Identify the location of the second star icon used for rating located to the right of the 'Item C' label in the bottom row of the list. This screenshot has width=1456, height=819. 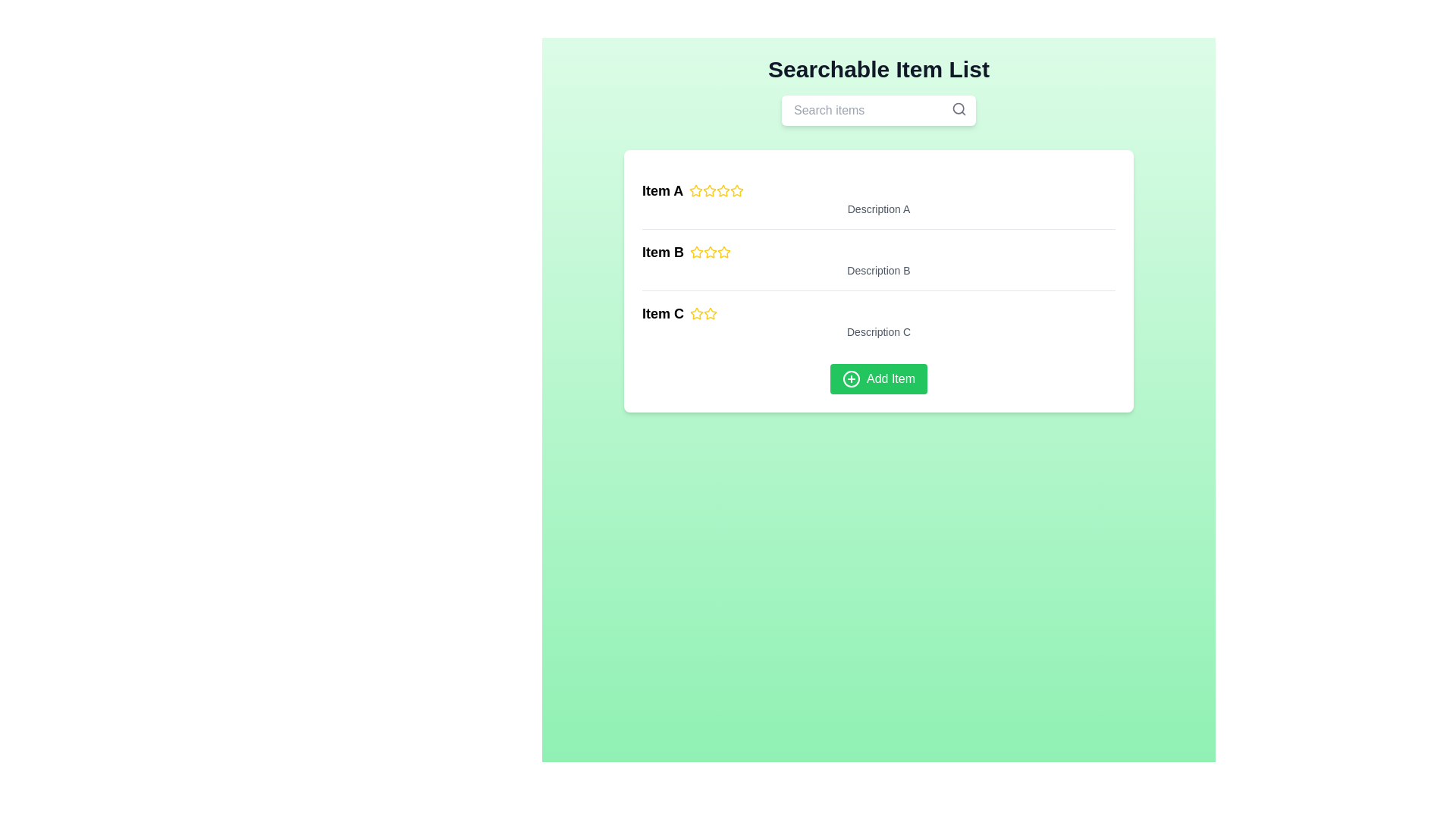
(702, 312).